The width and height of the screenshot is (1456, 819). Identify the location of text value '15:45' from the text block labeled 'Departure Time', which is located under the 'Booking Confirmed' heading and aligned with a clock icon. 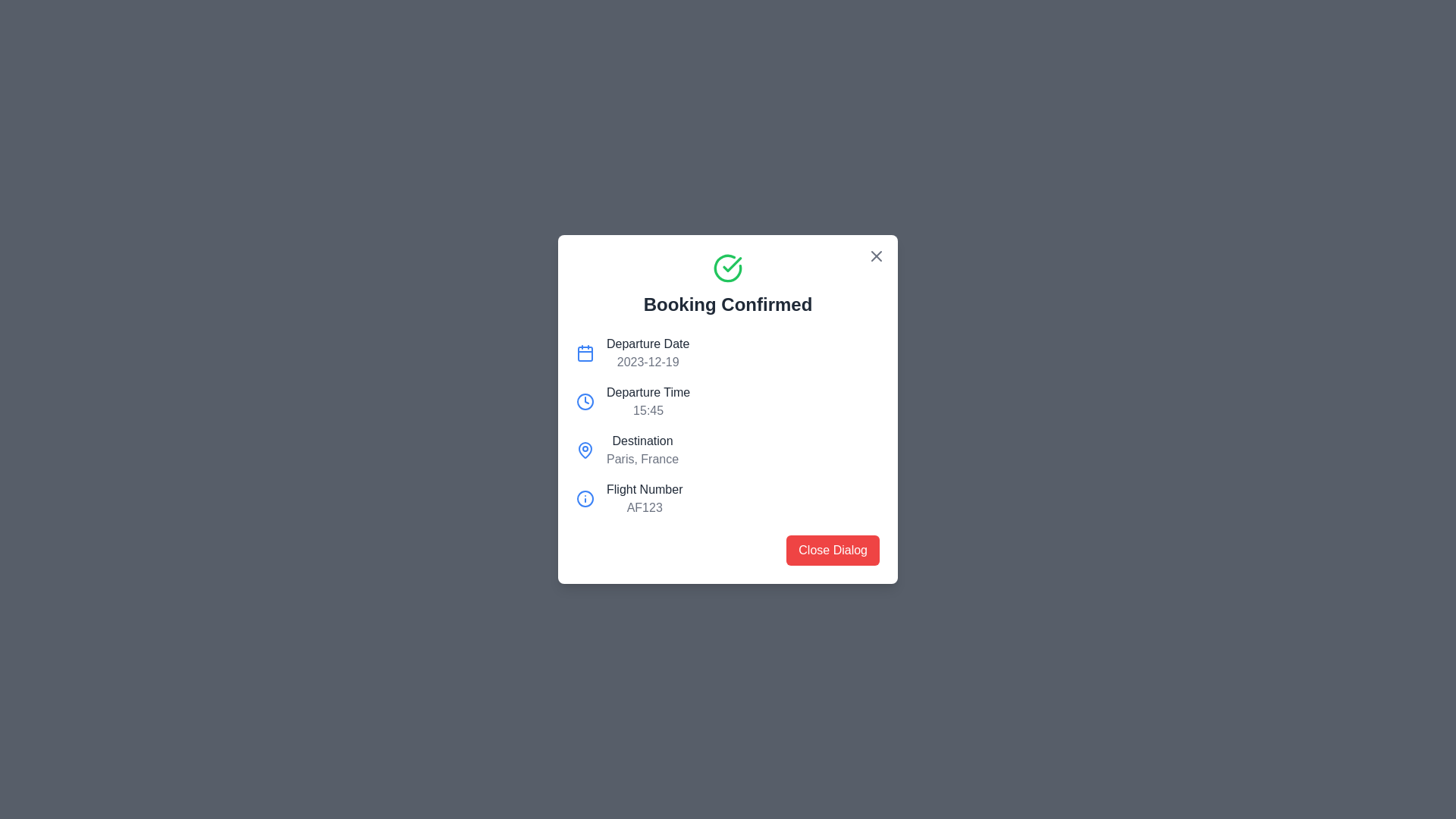
(648, 400).